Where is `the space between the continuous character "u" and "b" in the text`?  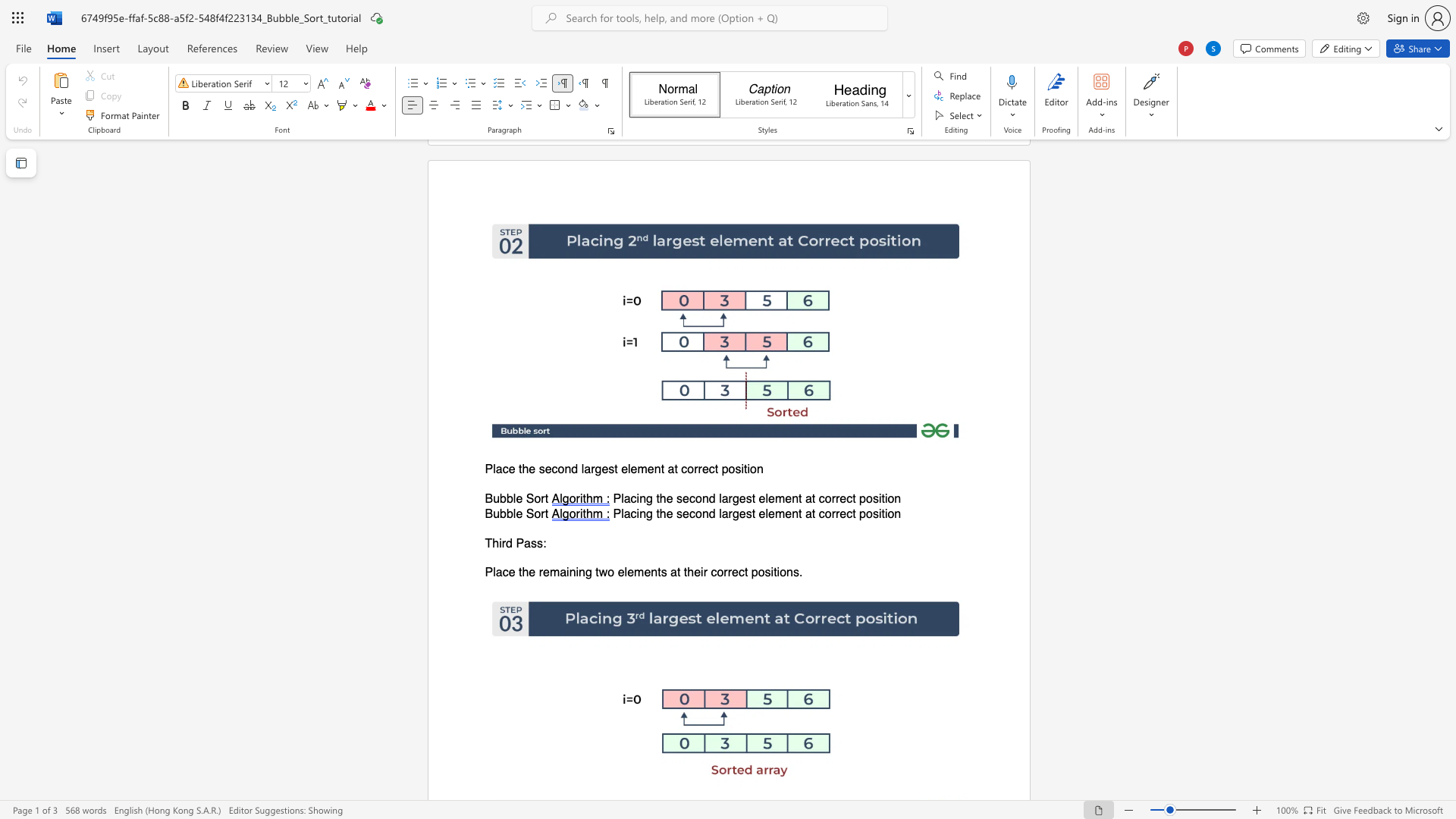
the space between the continuous character "u" and "b" in the text is located at coordinates (500, 513).